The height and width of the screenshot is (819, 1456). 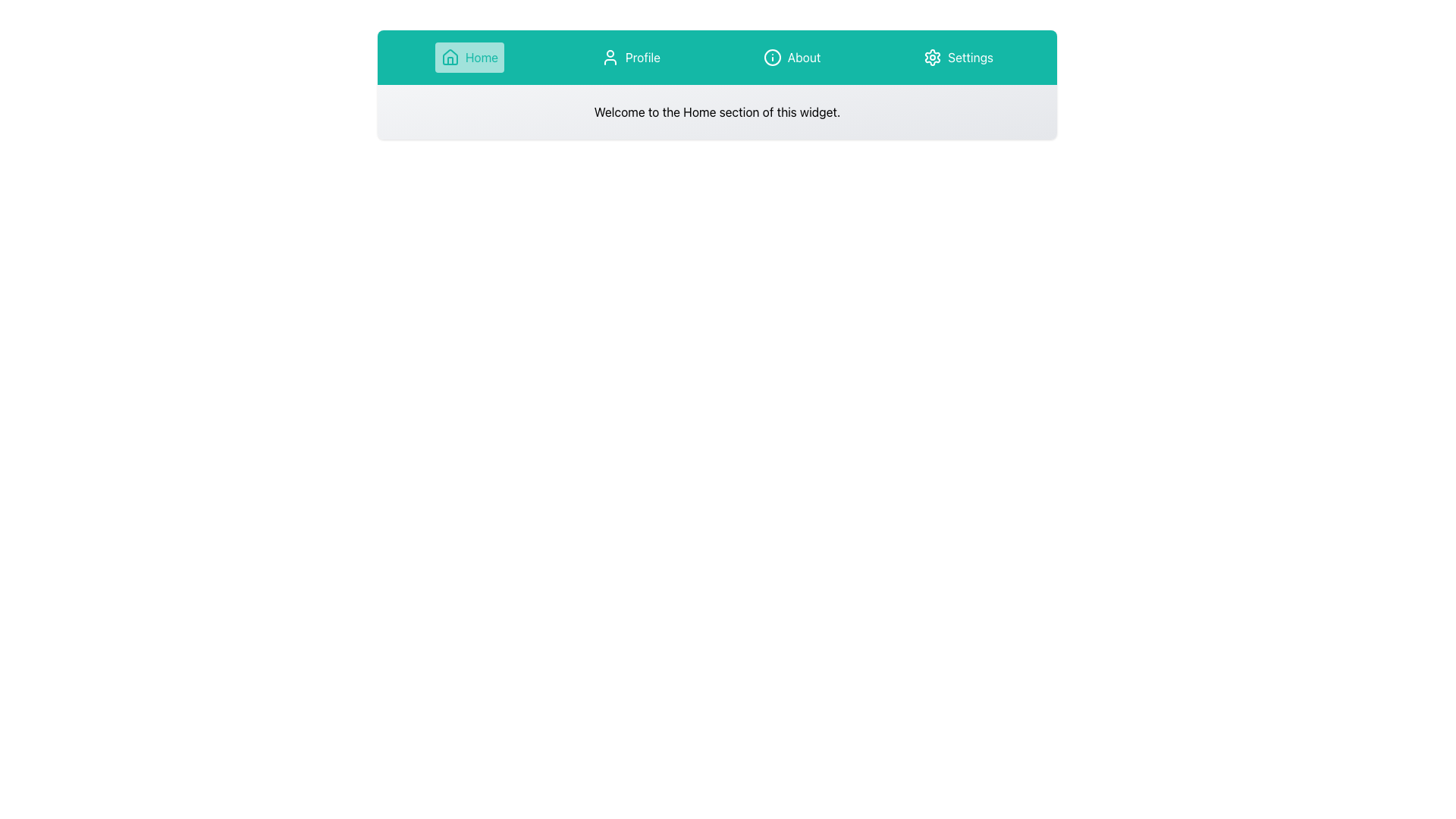 I want to click on the 'Settings' label, which is styled with a white font on a teal background and positioned, so click(x=971, y=57).